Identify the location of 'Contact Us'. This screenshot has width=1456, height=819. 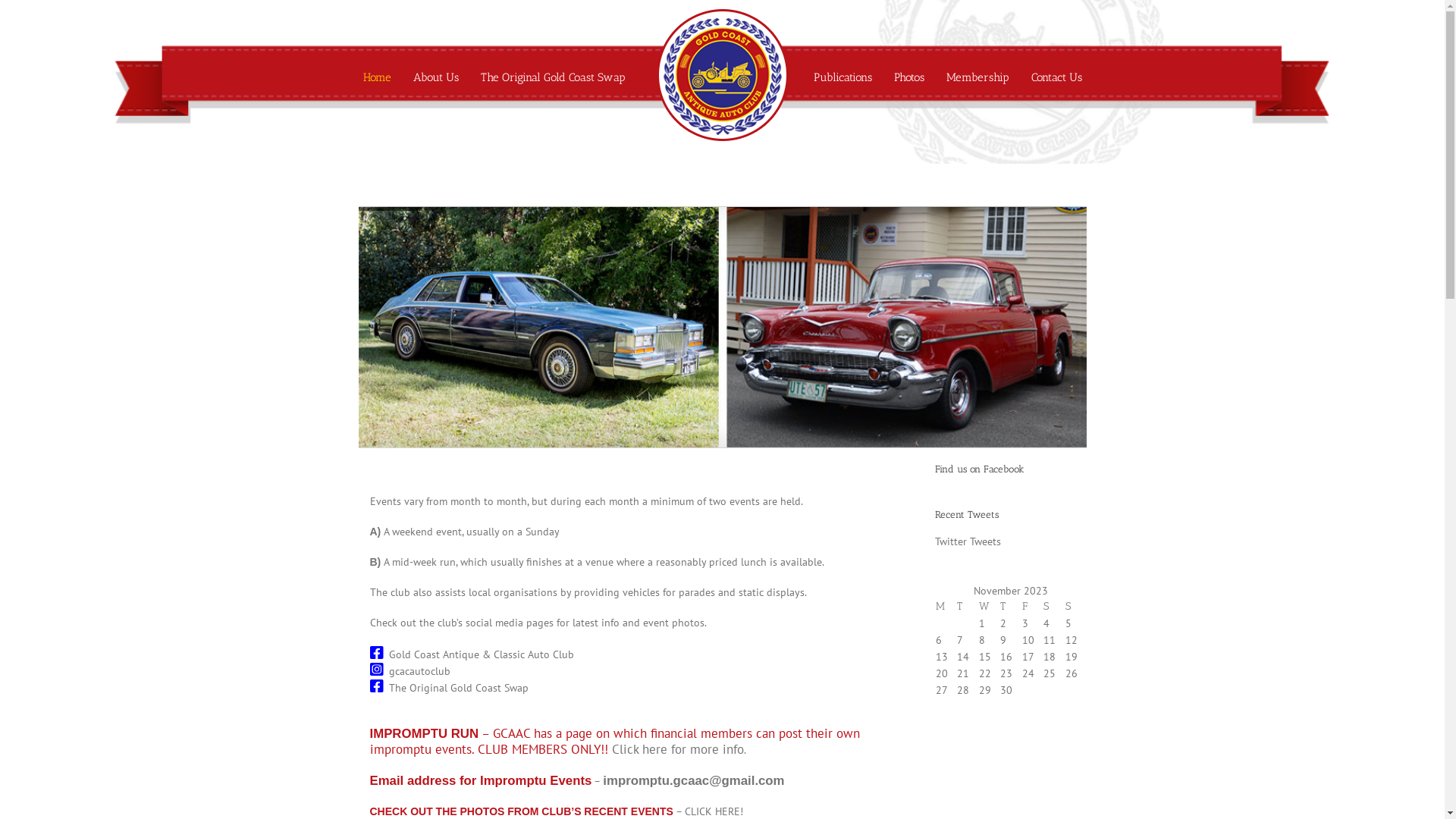
(1056, 77).